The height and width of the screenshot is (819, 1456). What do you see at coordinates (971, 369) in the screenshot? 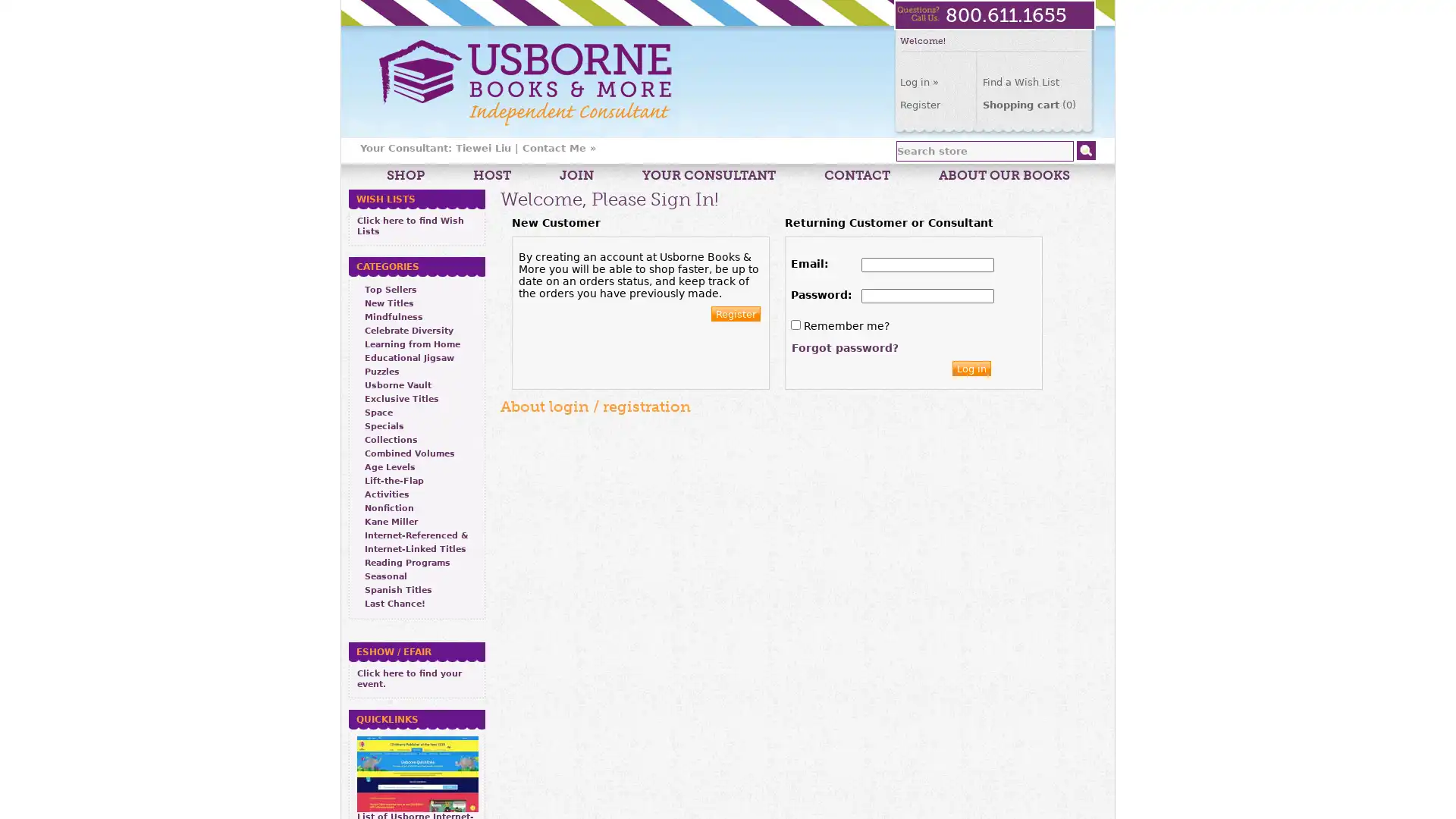
I see `Log in` at bounding box center [971, 369].